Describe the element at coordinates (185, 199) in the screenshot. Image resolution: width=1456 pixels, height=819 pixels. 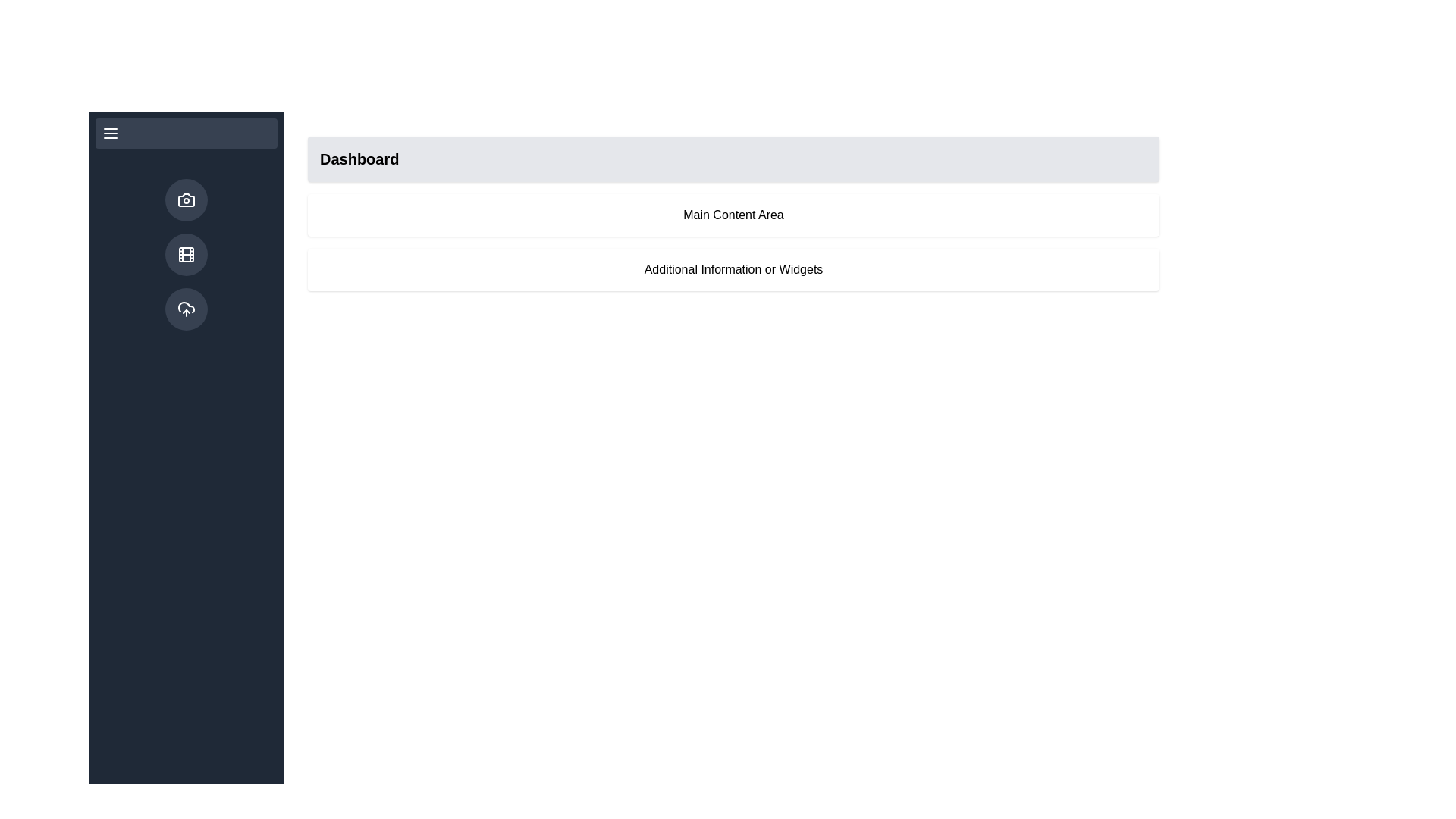
I see `the circular camera icon with a gray background located in the left sidebar, positioned second in a vertical list of icons` at that location.